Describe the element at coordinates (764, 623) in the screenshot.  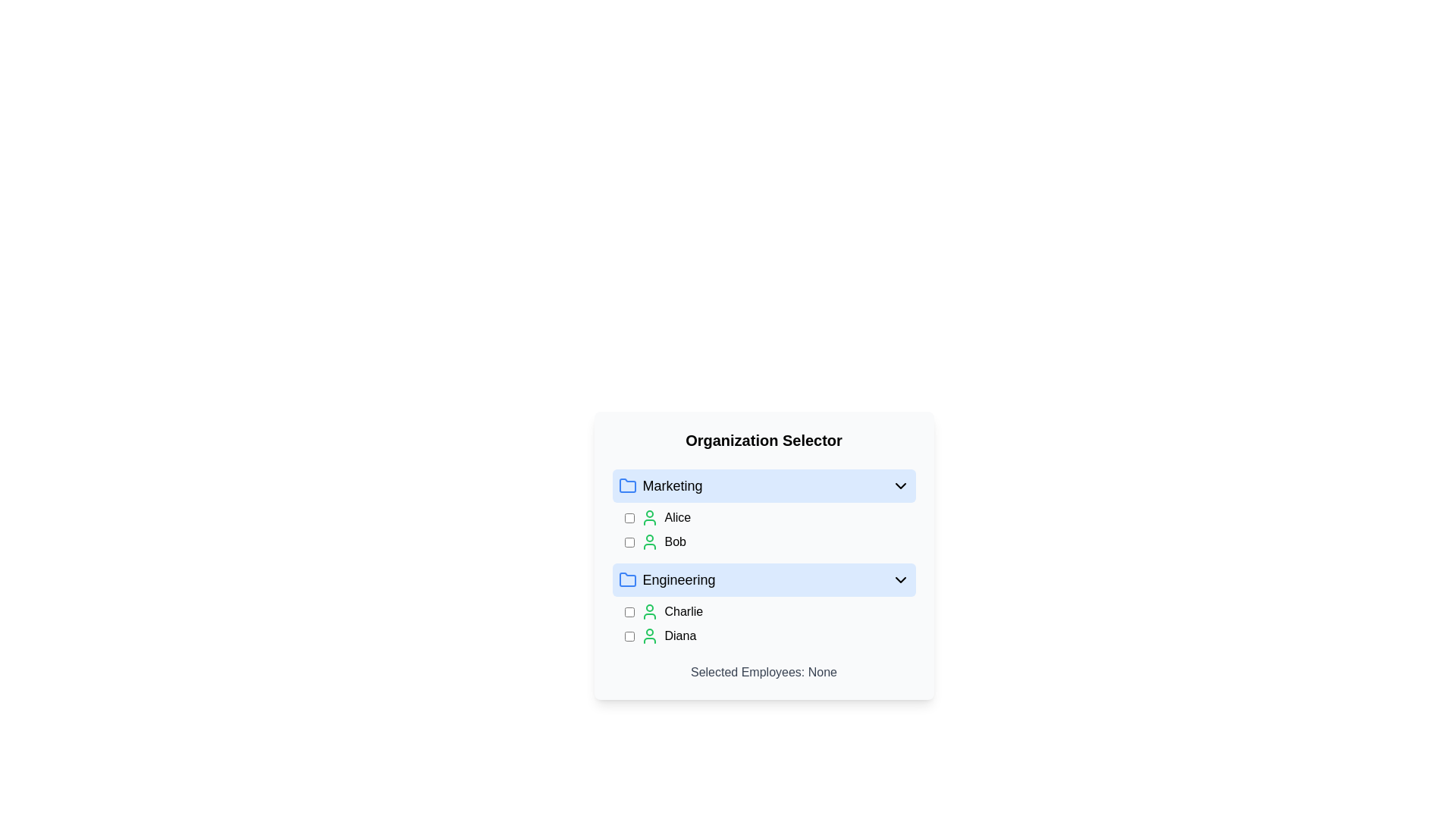
I see `the checkbox next to 'Charlie' or 'Diana' in the selectable list within the 'Engineering' category of the 'Organization Selector'` at that location.